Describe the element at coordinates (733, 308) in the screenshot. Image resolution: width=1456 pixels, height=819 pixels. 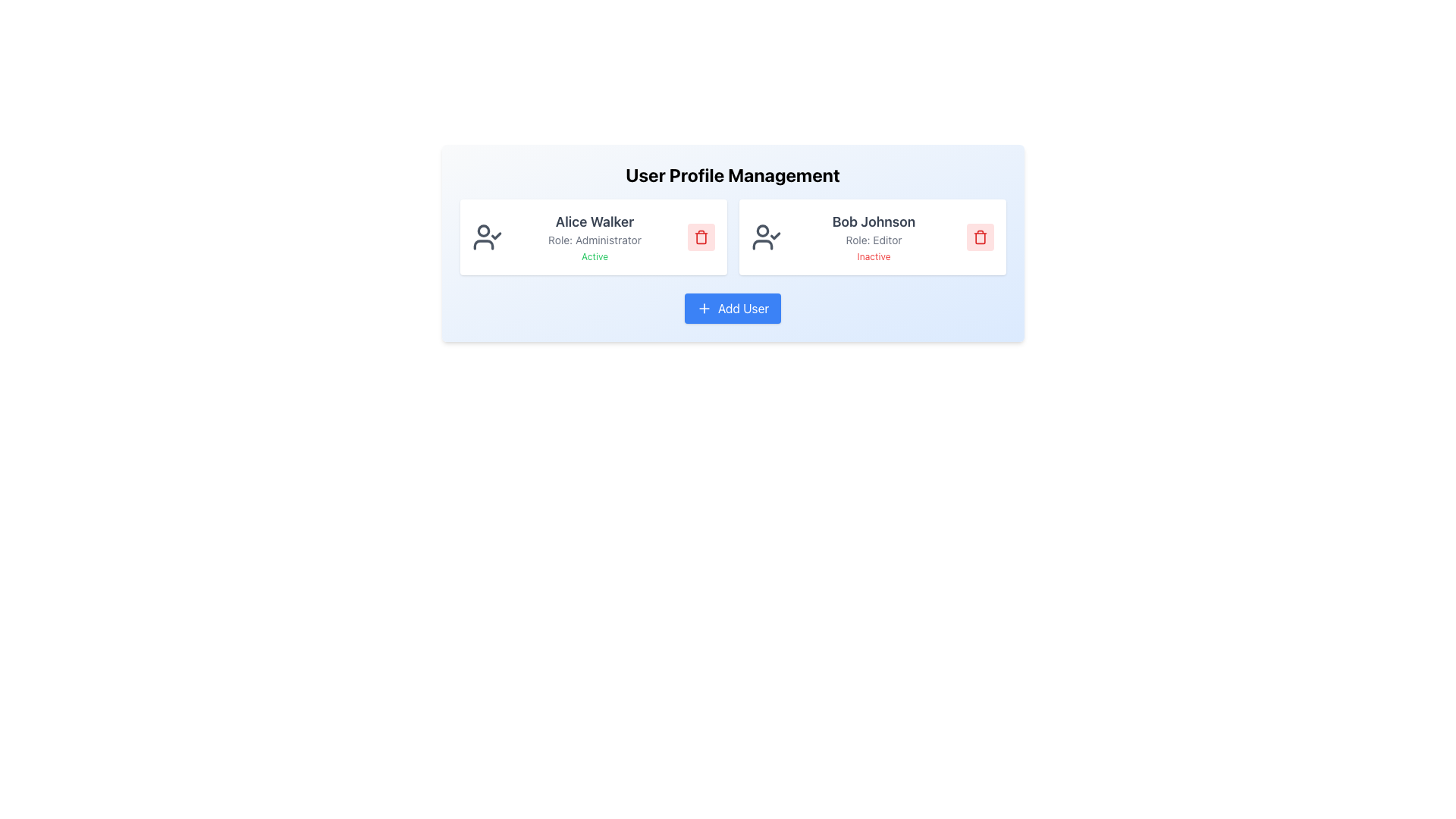
I see `the button to add a new user located beneath the user profile cards for 'Alice Walker' and 'Bob Johnson' in the 'User Profile Management' section` at that location.